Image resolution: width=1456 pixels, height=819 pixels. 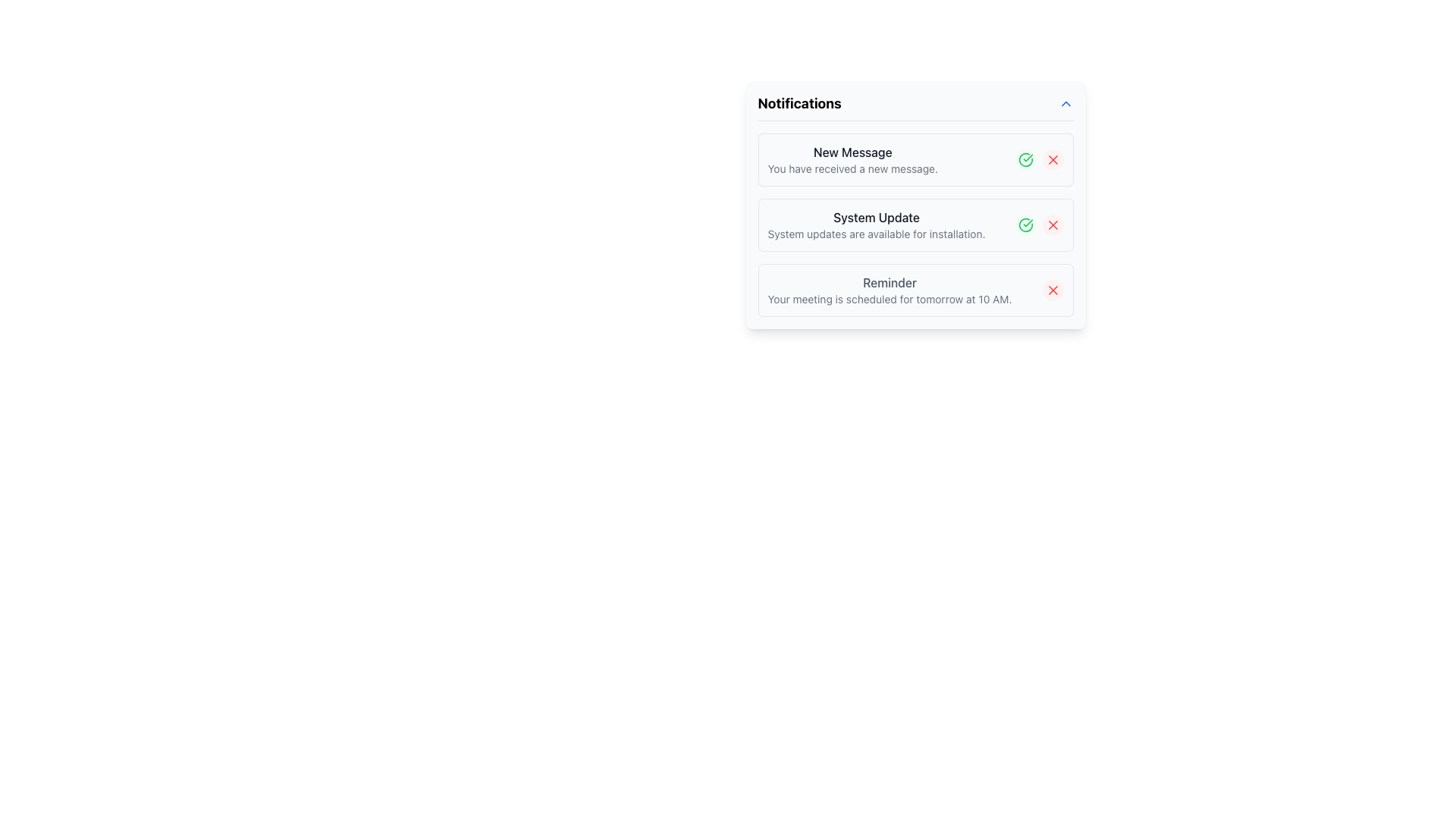 I want to click on notification displayed in the Static Text Block that shows 'System Update' and 'System updates are available for installation.', so click(x=877, y=225).